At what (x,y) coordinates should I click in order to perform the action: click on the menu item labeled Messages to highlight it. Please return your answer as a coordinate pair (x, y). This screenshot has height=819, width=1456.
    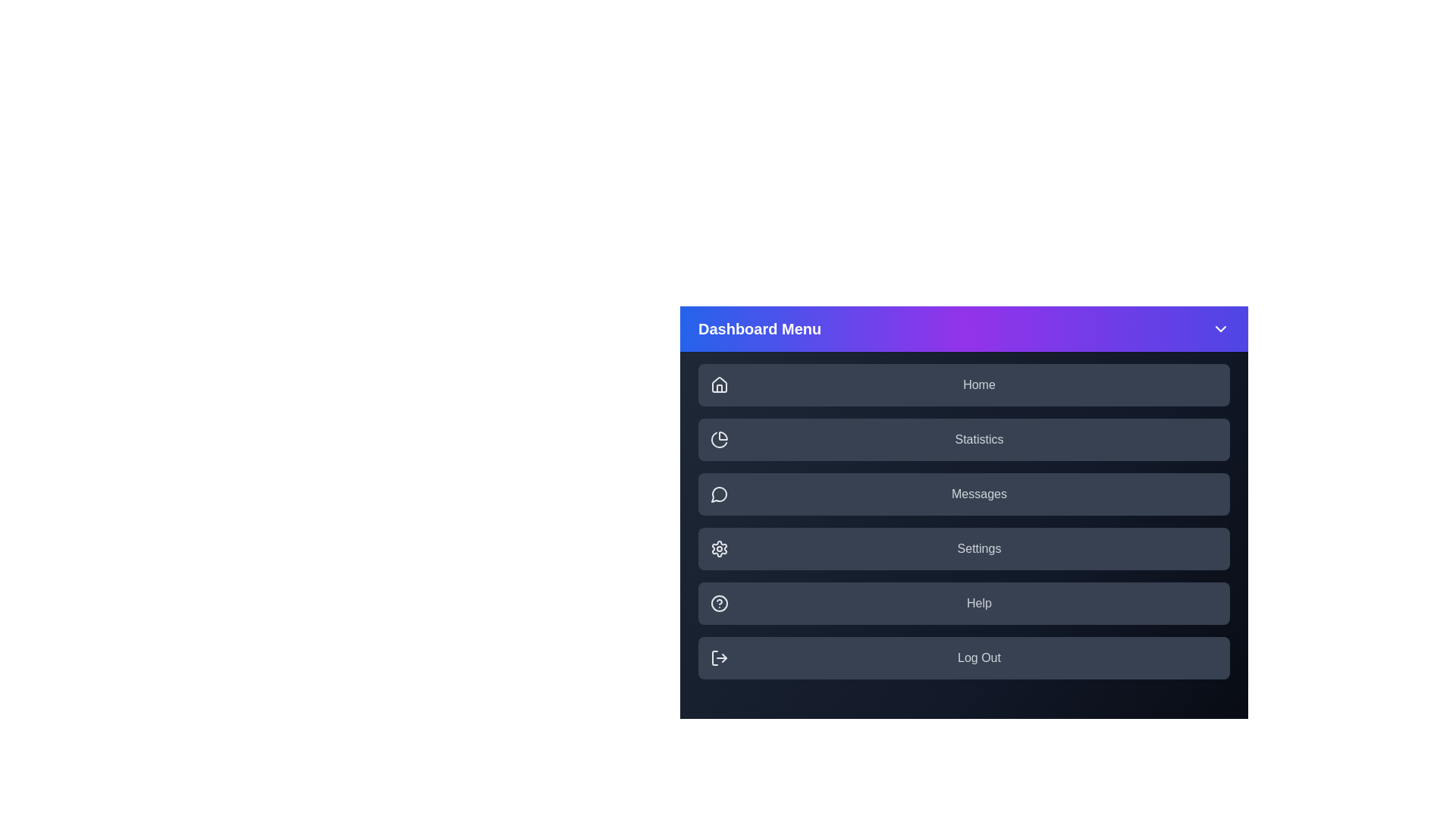
    Looking at the image, I should click on (963, 494).